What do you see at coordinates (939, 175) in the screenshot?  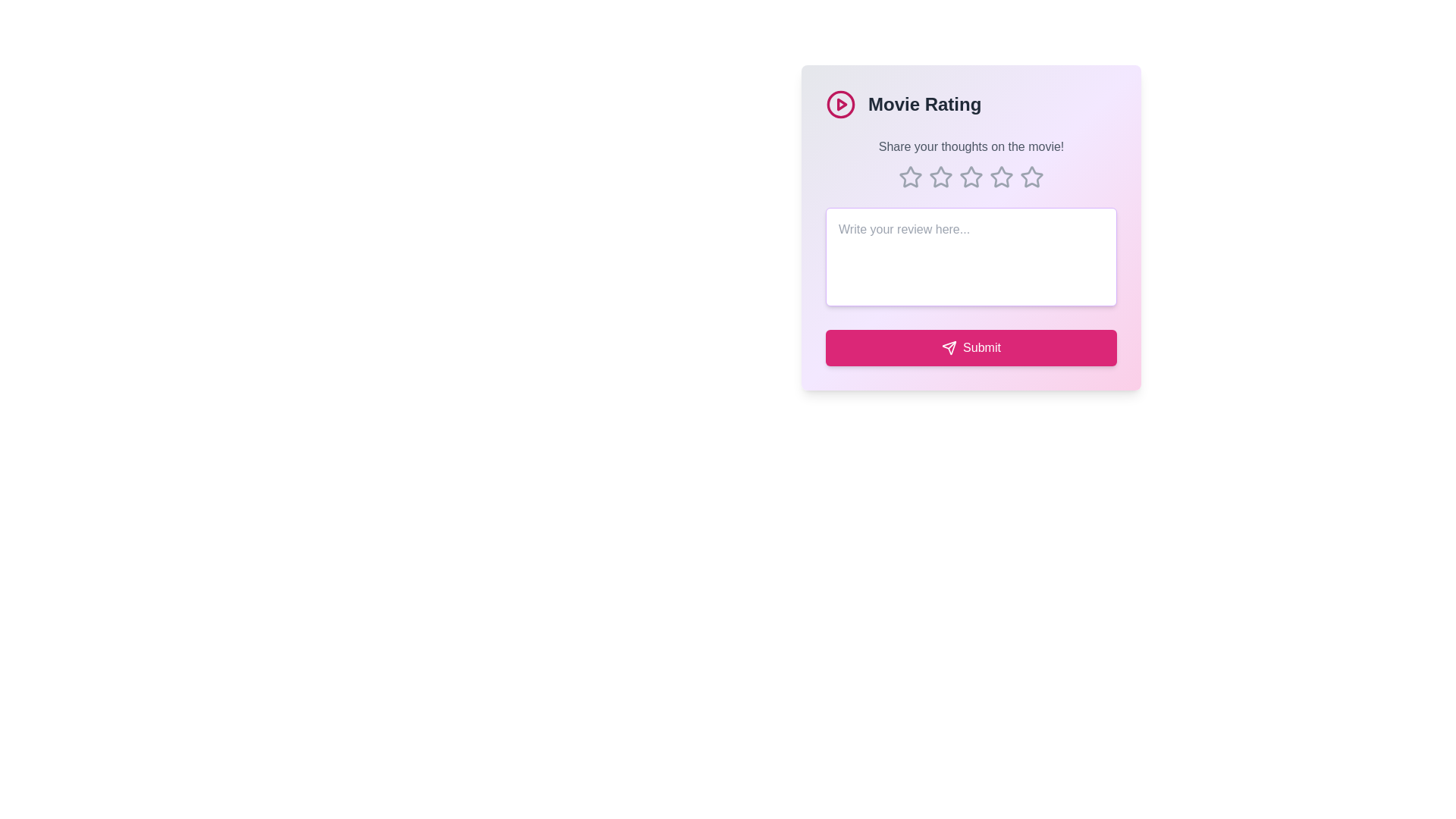 I see `the second star icon from the left` at bounding box center [939, 175].